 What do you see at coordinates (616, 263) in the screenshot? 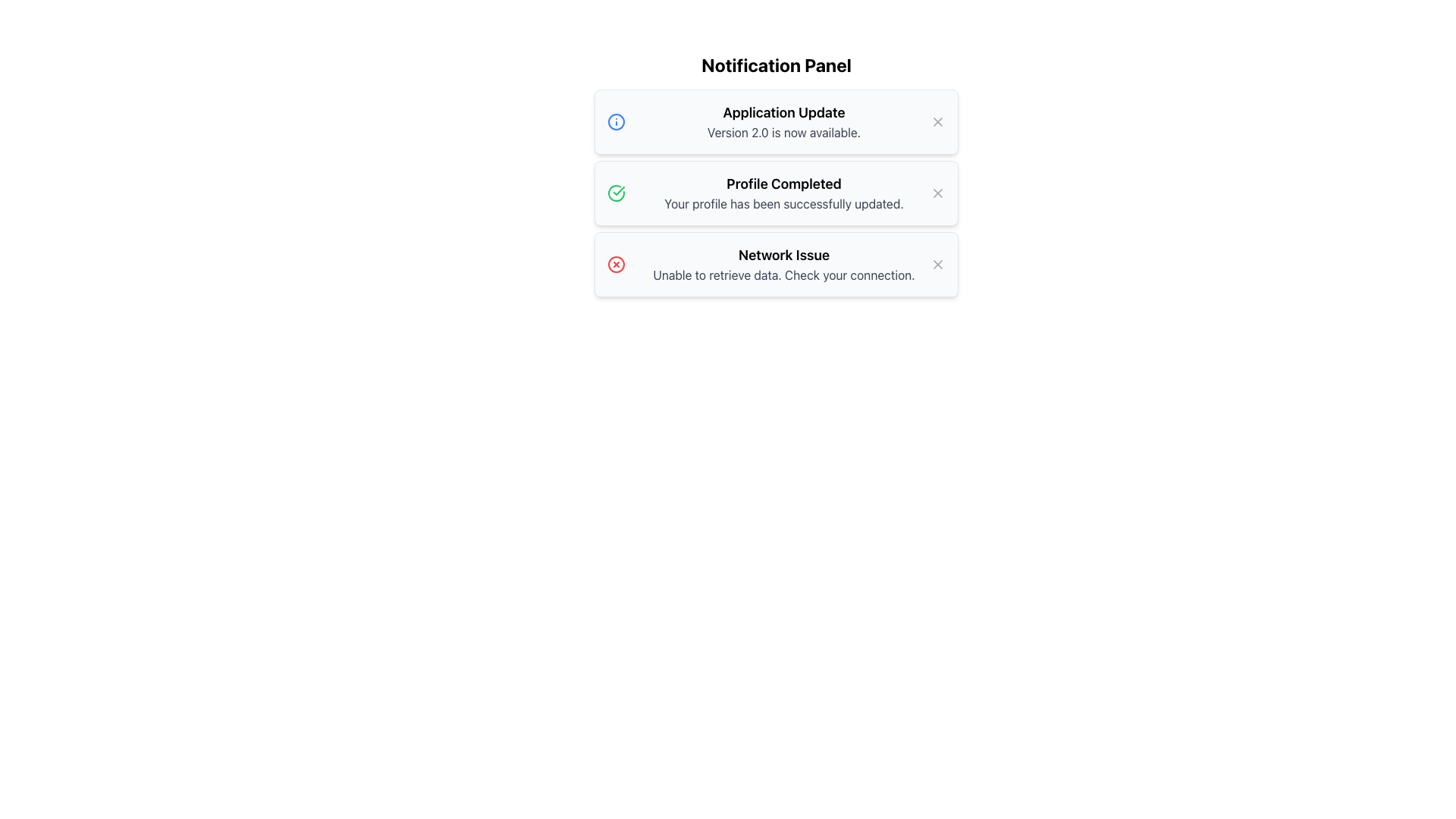
I see `the third circular icon representing the 'Network Issue' in the notification group located at the bottom-right corner` at bounding box center [616, 263].